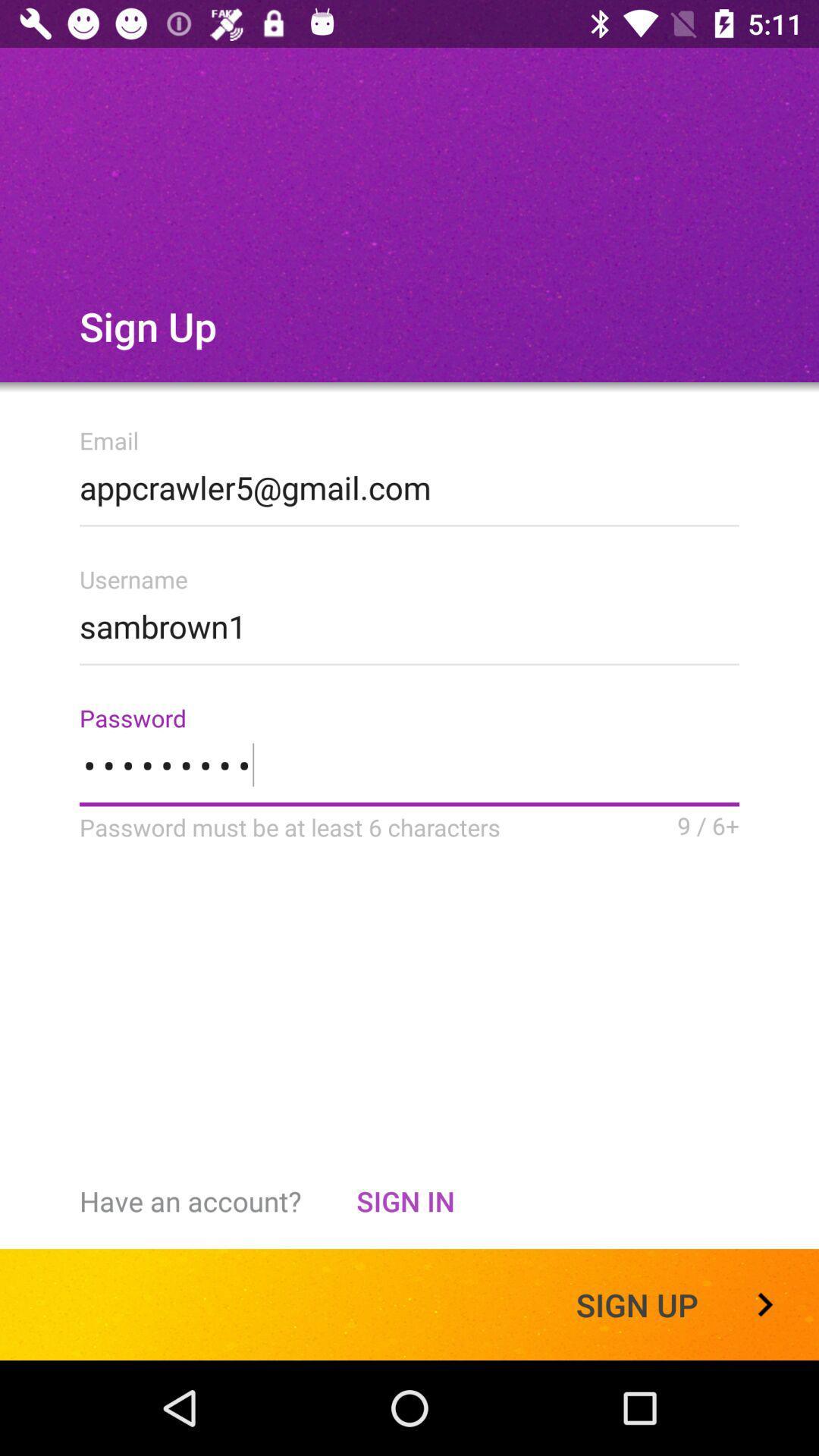 This screenshot has height=1456, width=819. What do you see at coordinates (409, 622) in the screenshot?
I see `the icon above crowd3116 icon` at bounding box center [409, 622].